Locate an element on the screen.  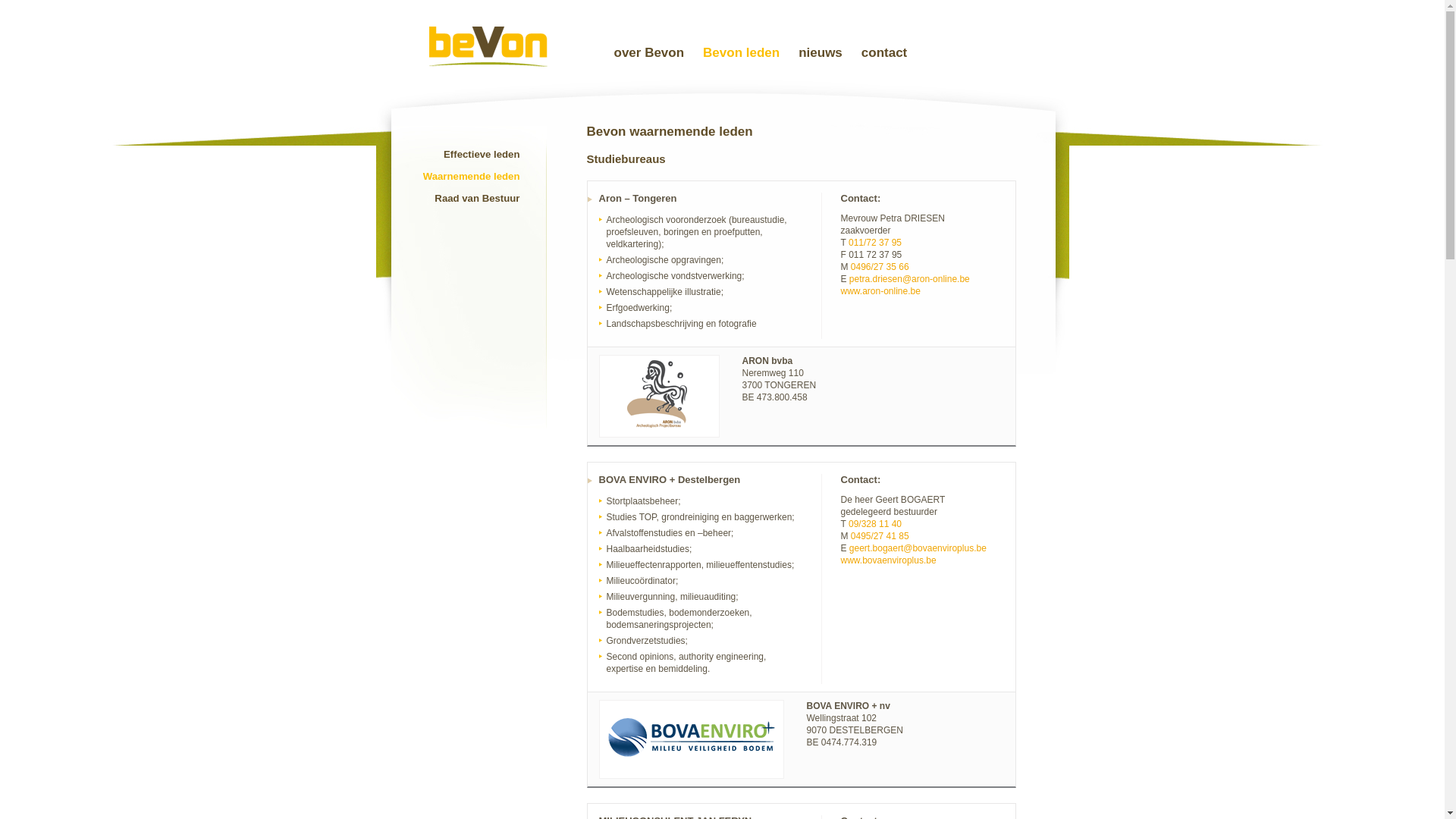
'Bevon leden' is located at coordinates (741, 52).